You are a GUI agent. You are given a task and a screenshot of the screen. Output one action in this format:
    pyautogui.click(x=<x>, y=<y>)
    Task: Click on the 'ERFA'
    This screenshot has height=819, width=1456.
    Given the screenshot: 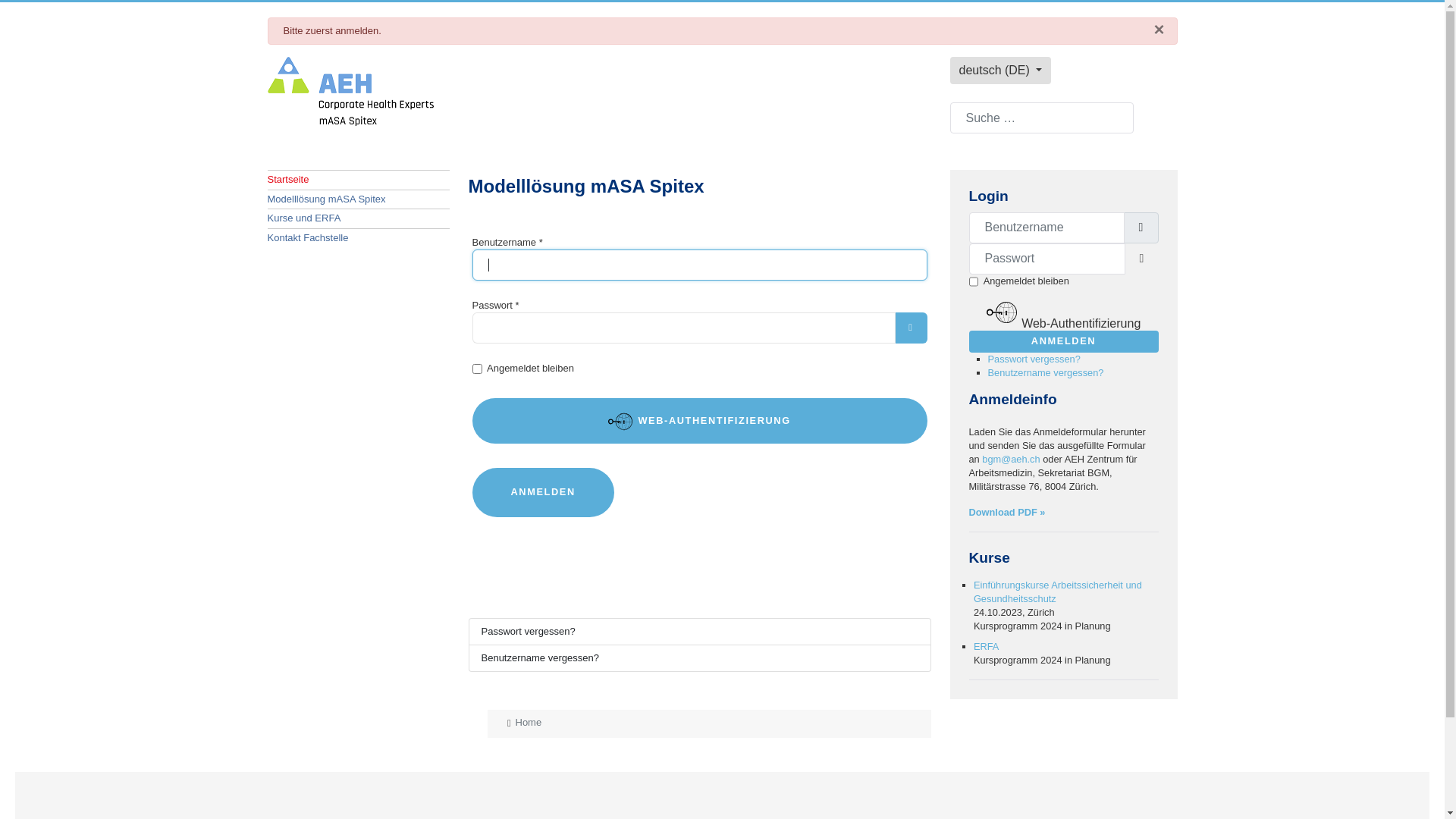 What is the action you would take?
    pyautogui.click(x=986, y=646)
    